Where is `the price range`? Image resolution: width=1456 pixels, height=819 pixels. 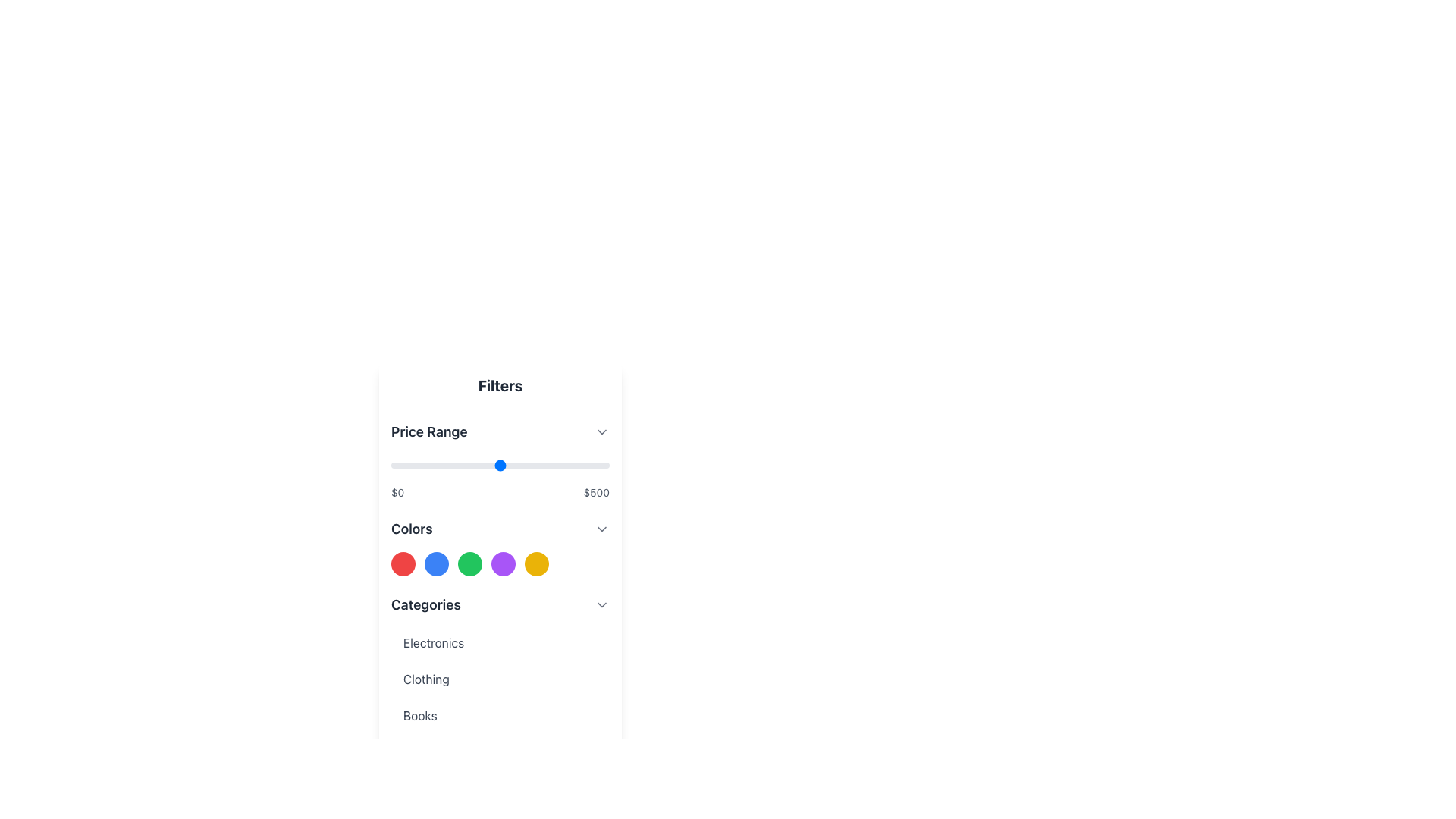 the price range is located at coordinates (392, 464).